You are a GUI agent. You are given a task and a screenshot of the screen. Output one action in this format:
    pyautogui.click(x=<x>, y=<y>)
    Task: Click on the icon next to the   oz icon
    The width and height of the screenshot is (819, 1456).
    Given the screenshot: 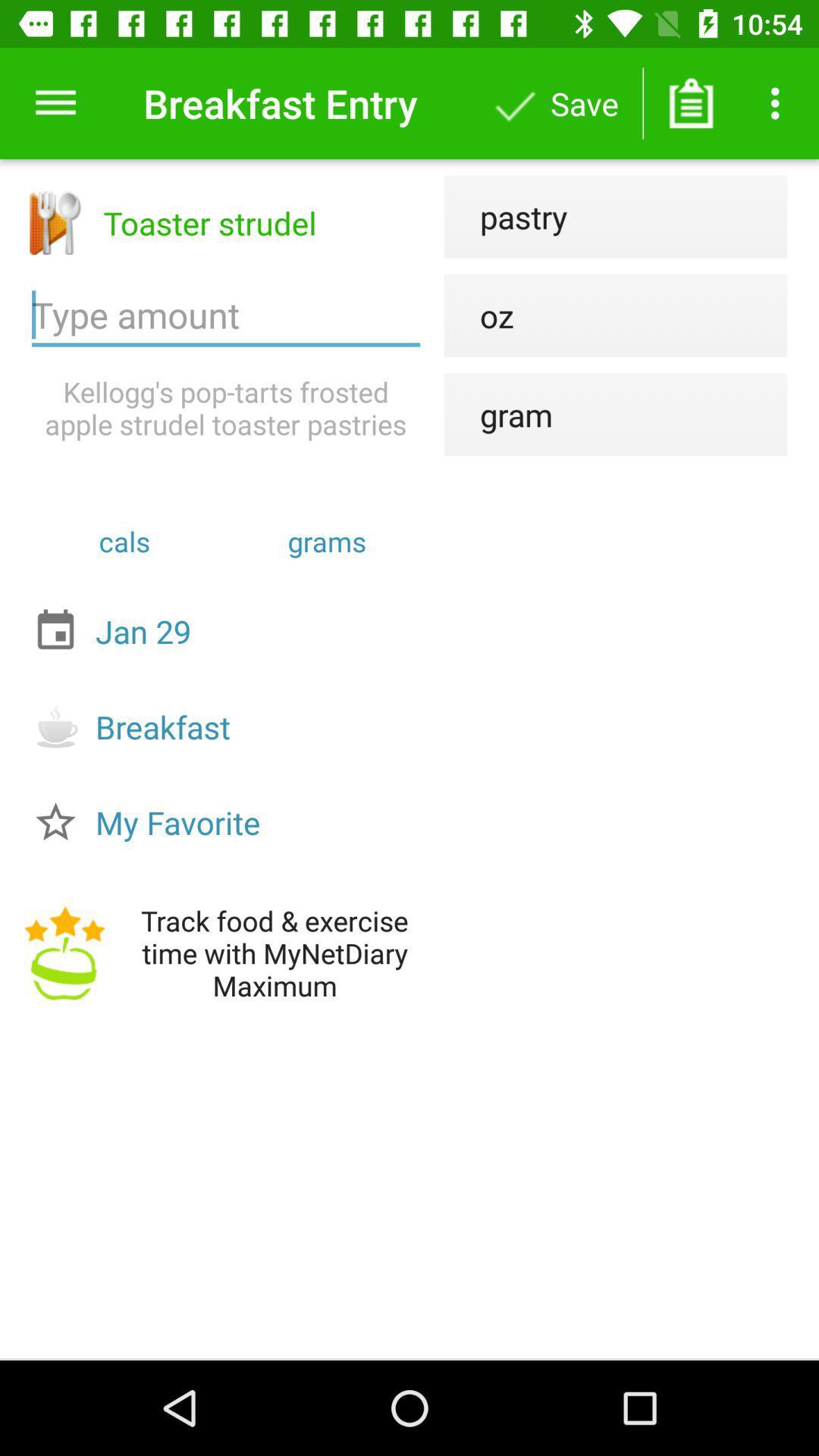 What is the action you would take?
    pyautogui.click(x=226, y=315)
    